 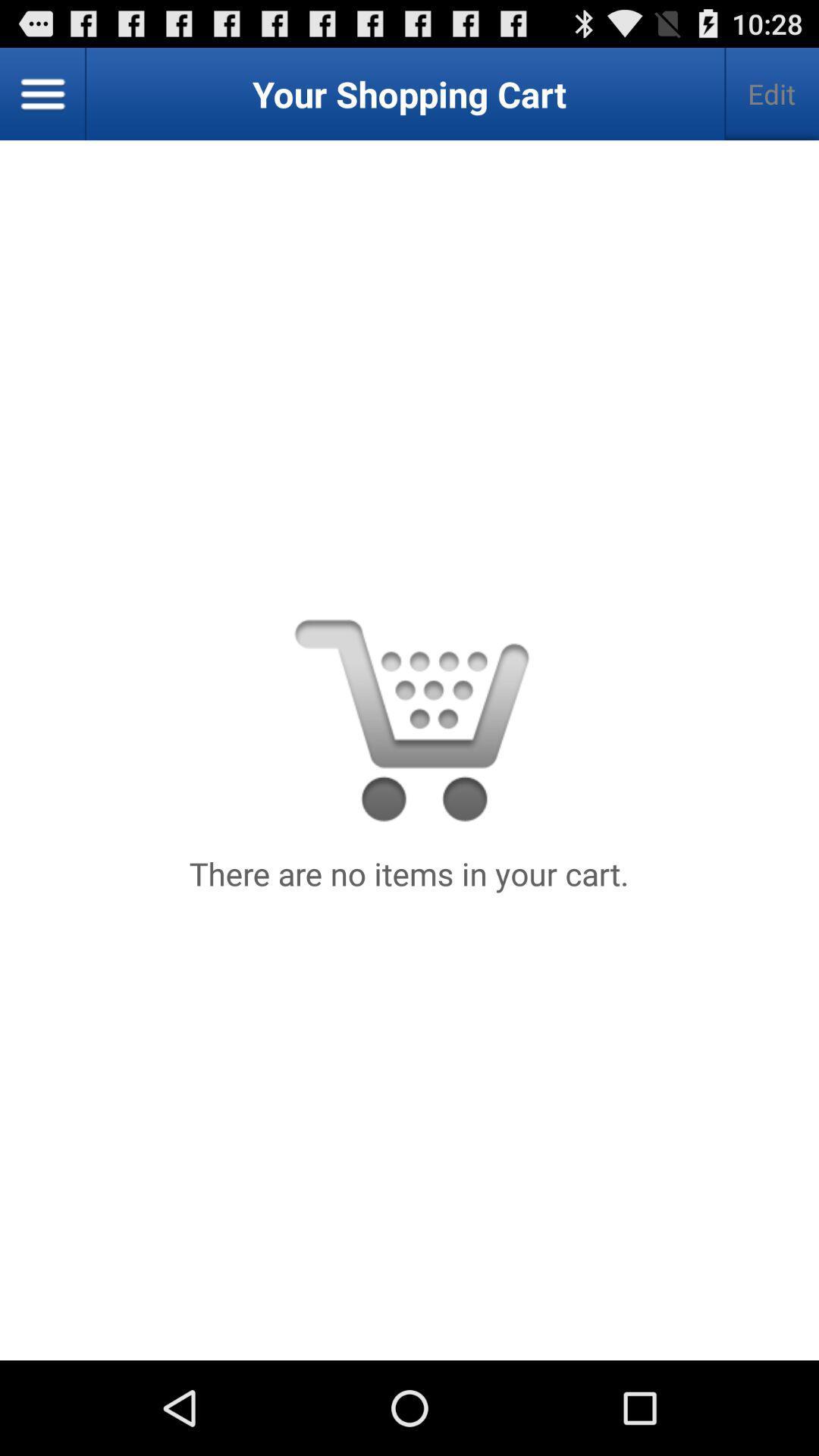 What do you see at coordinates (42, 93) in the screenshot?
I see `the icon at the top left corner` at bounding box center [42, 93].